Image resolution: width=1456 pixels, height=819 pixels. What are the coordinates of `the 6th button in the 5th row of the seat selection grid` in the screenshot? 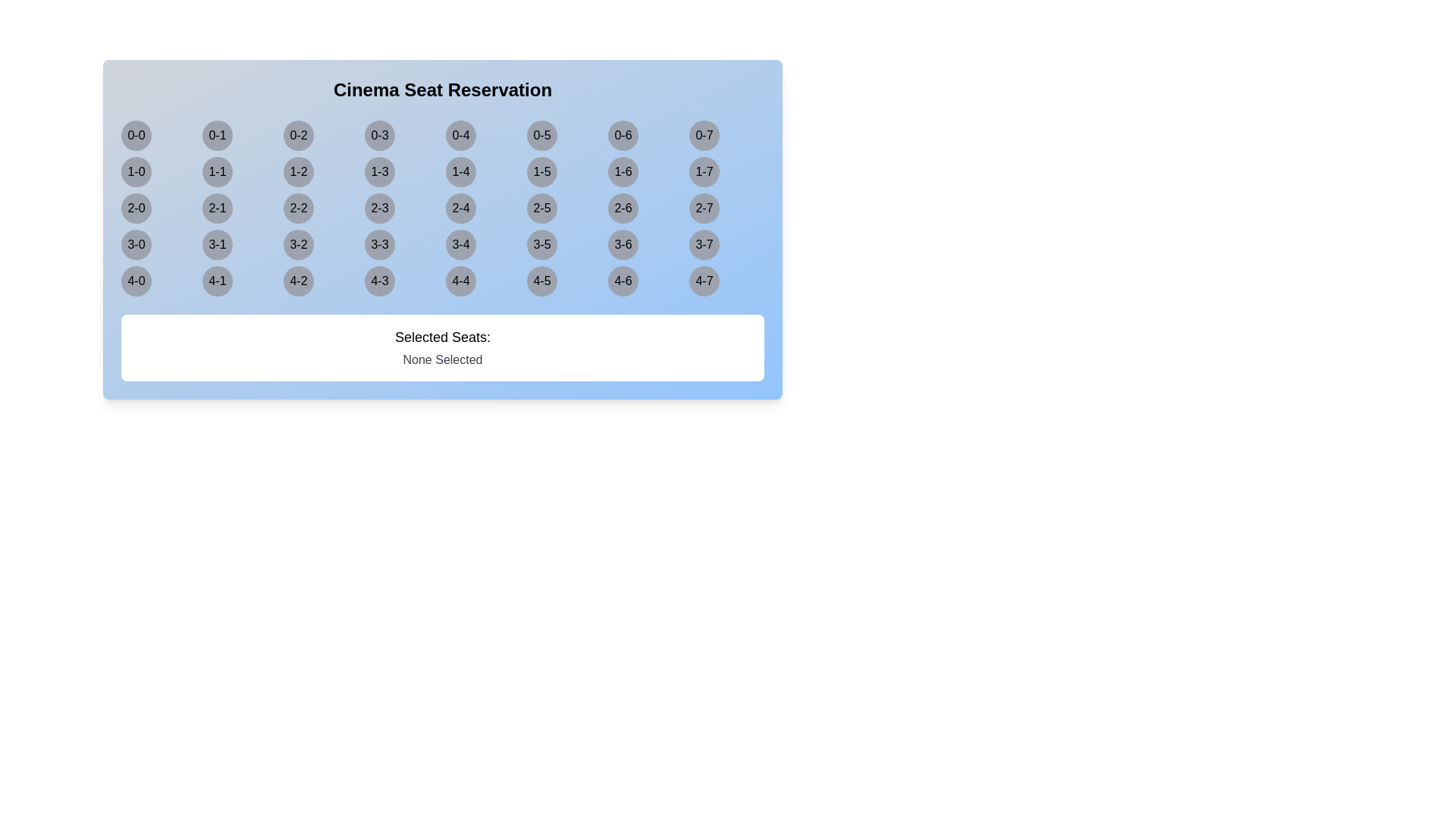 It's located at (542, 281).